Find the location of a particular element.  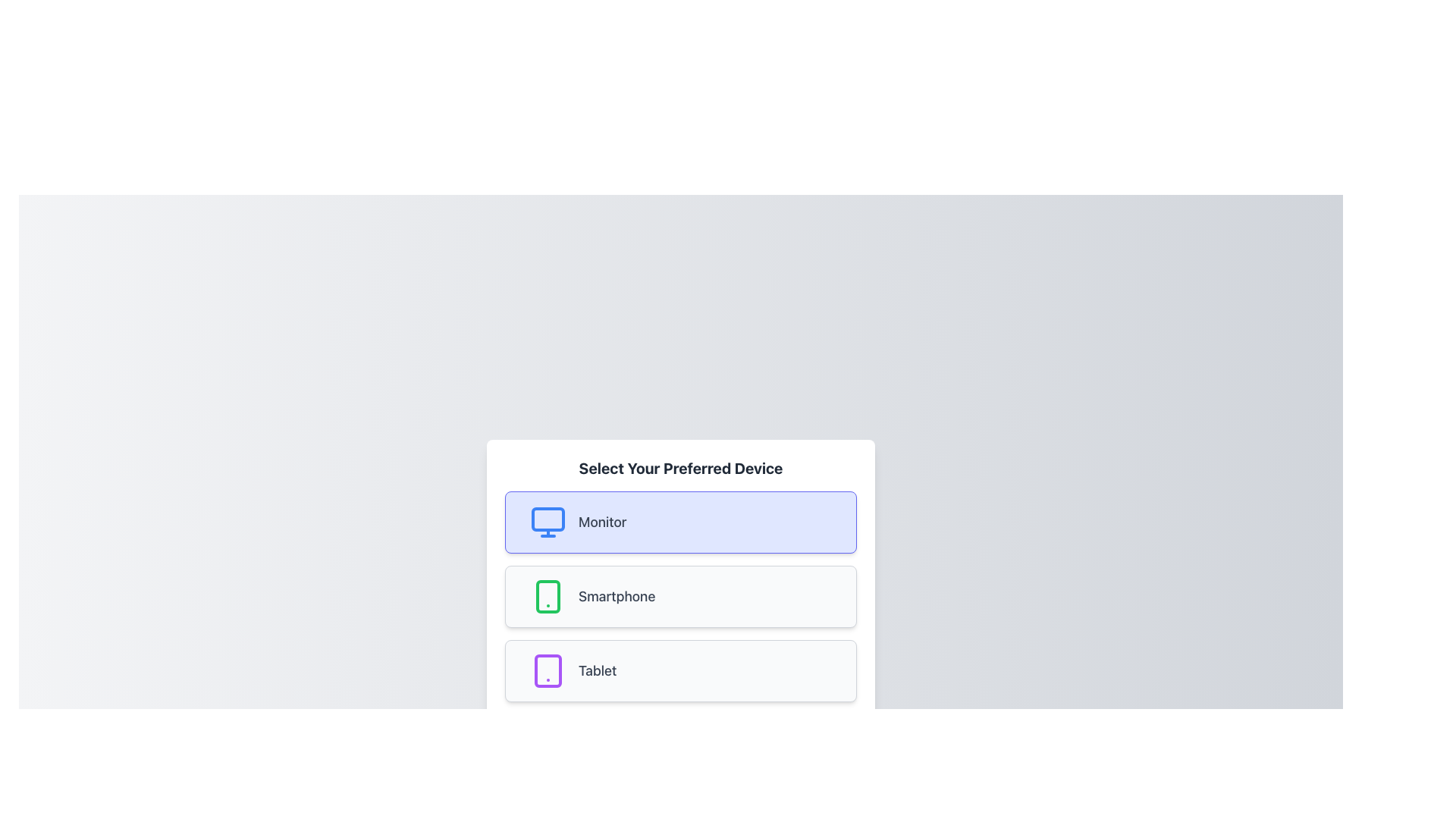

the text label for the 'Tablet' device, which is part of the third option in a vertical list of selectable cards, located to the right of the tablet icon is located at coordinates (597, 670).